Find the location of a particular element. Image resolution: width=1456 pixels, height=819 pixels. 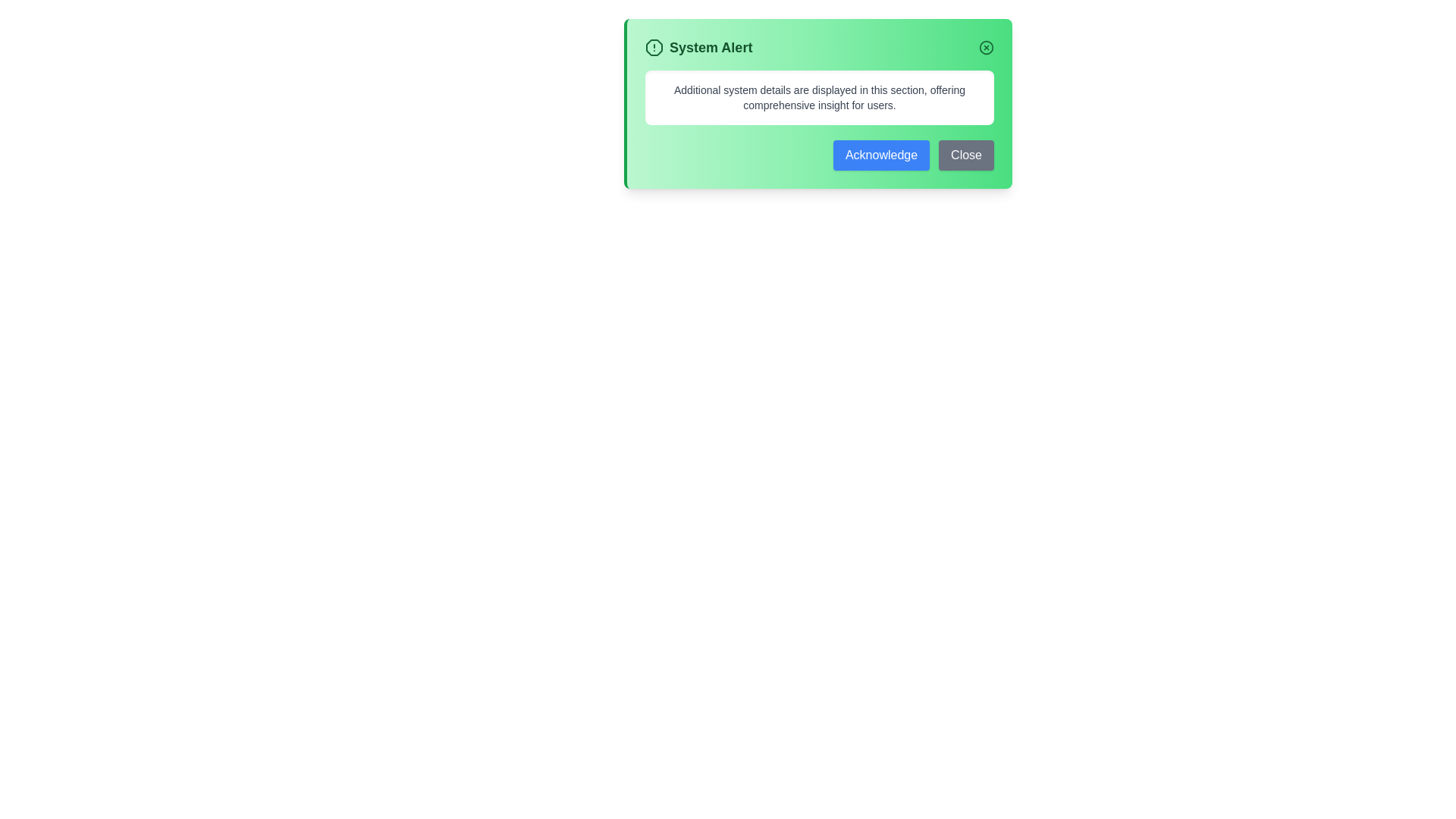

the text 'Additional system details are displayed in this section, offering comprehensive insight for users.' and copy it to the clipboard is located at coordinates (657, 82).